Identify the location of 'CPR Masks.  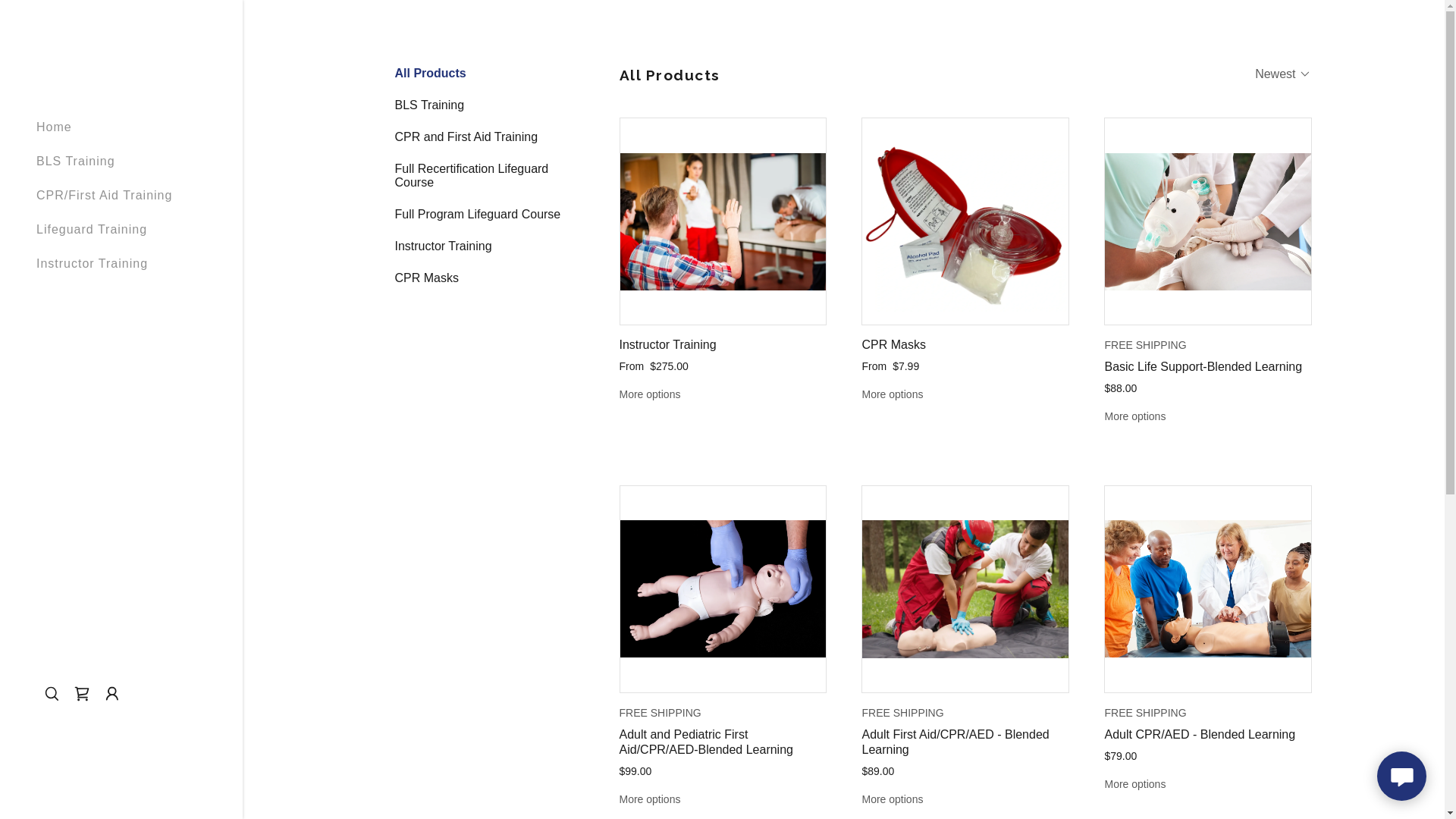
(964, 259).